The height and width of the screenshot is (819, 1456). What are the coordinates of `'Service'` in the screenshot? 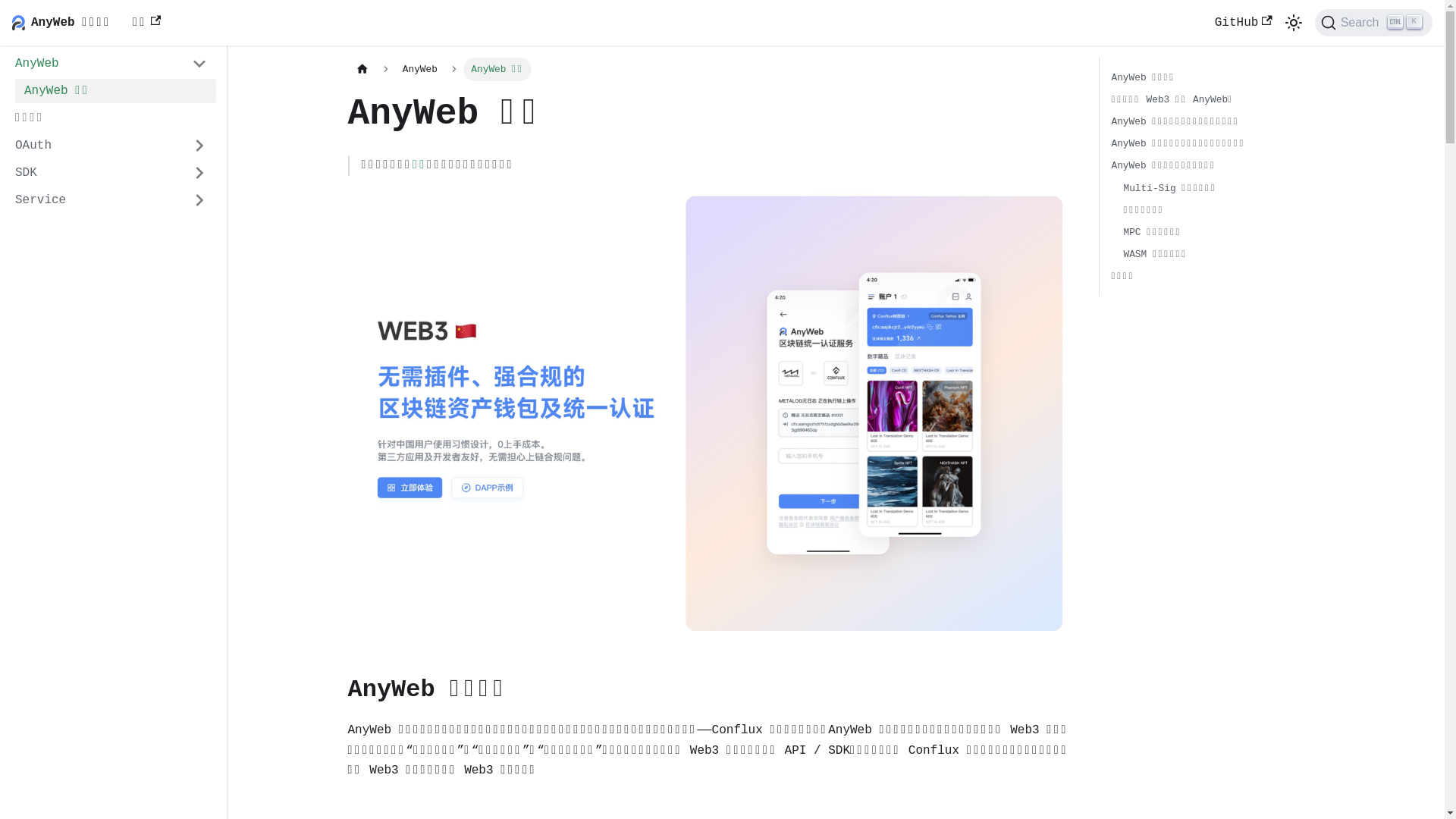 It's located at (110, 199).